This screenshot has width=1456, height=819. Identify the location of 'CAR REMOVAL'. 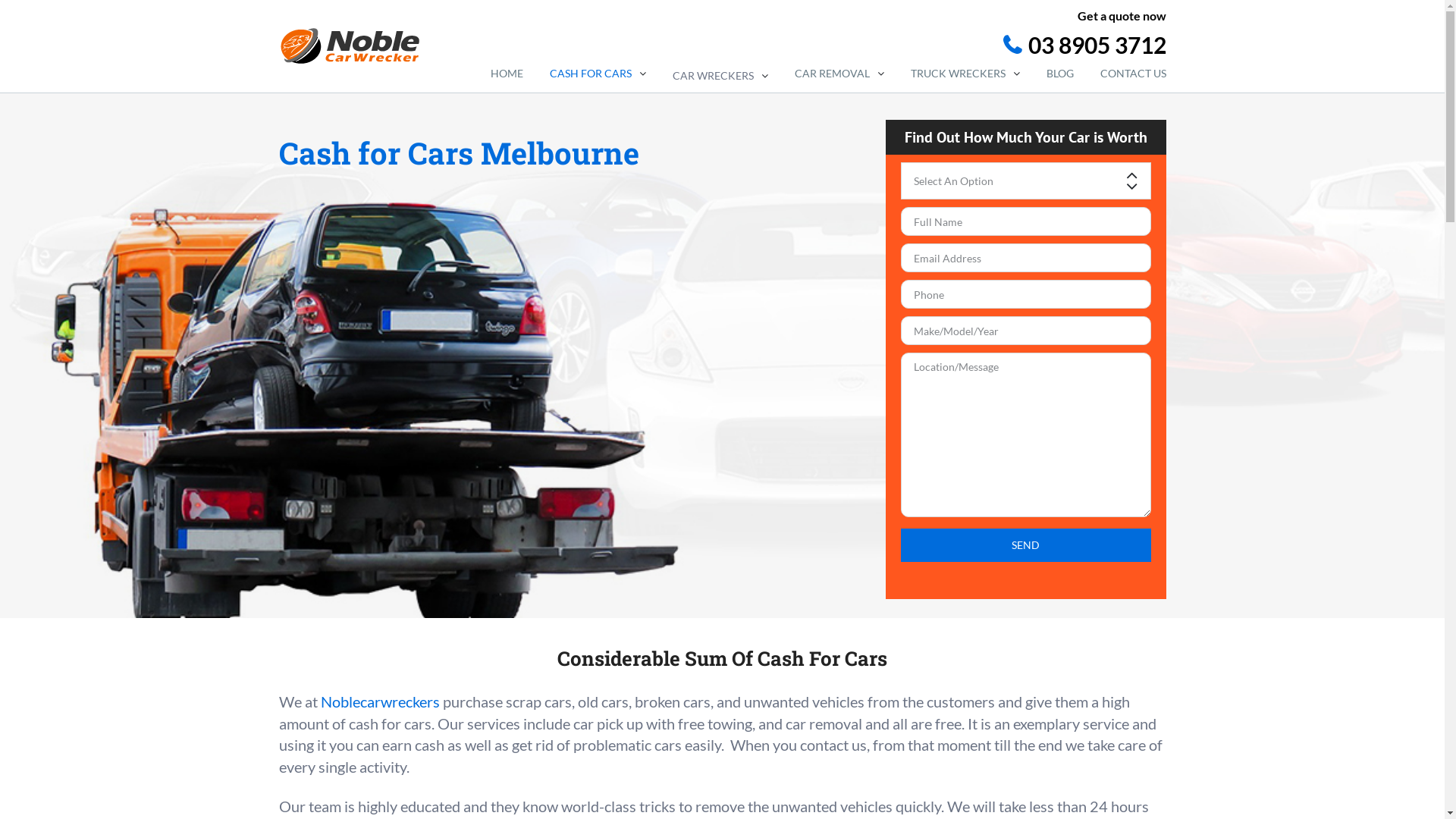
(839, 73).